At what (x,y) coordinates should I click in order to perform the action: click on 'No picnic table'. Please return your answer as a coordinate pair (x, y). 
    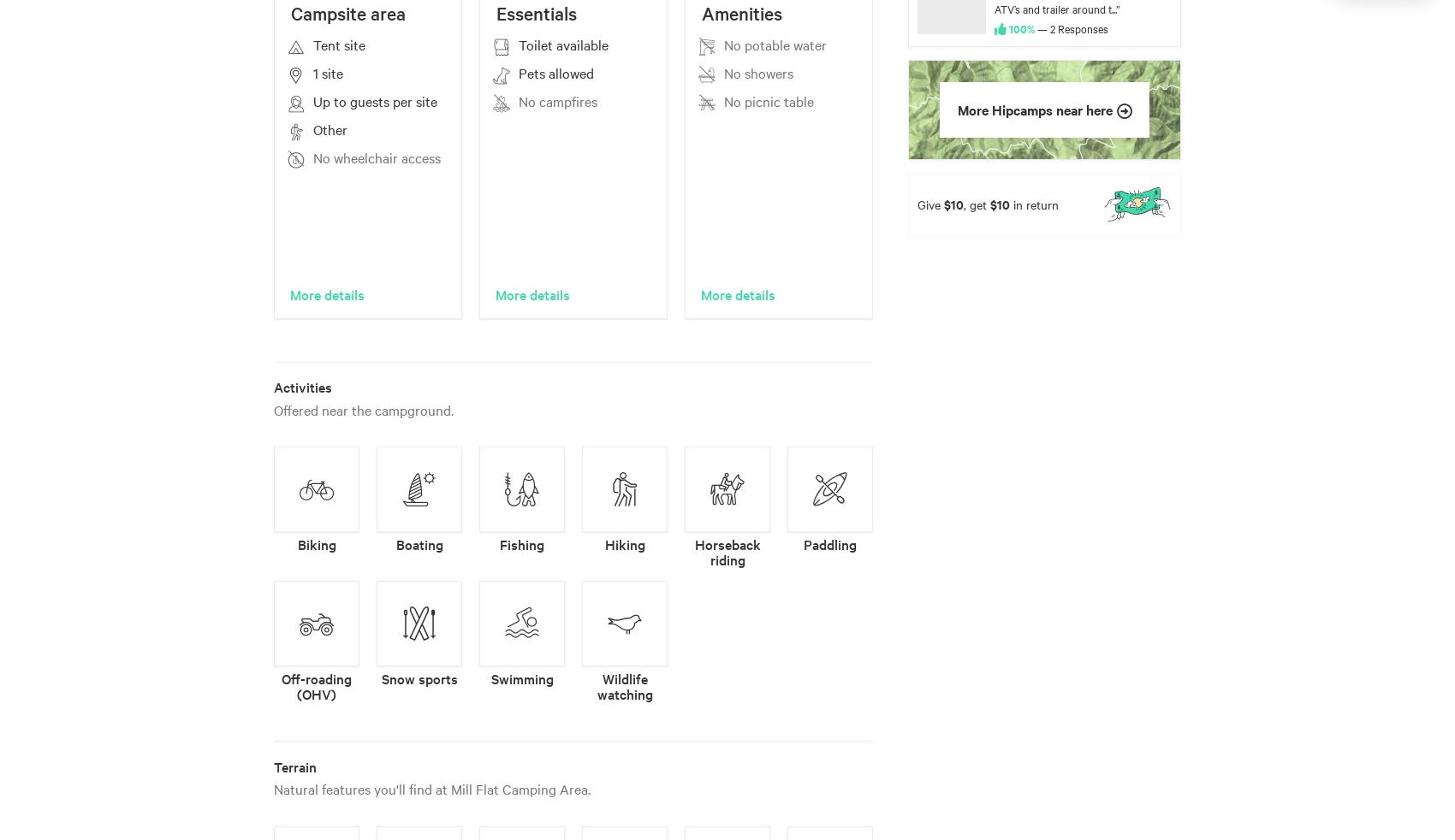
    Looking at the image, I should click on (769, 100).